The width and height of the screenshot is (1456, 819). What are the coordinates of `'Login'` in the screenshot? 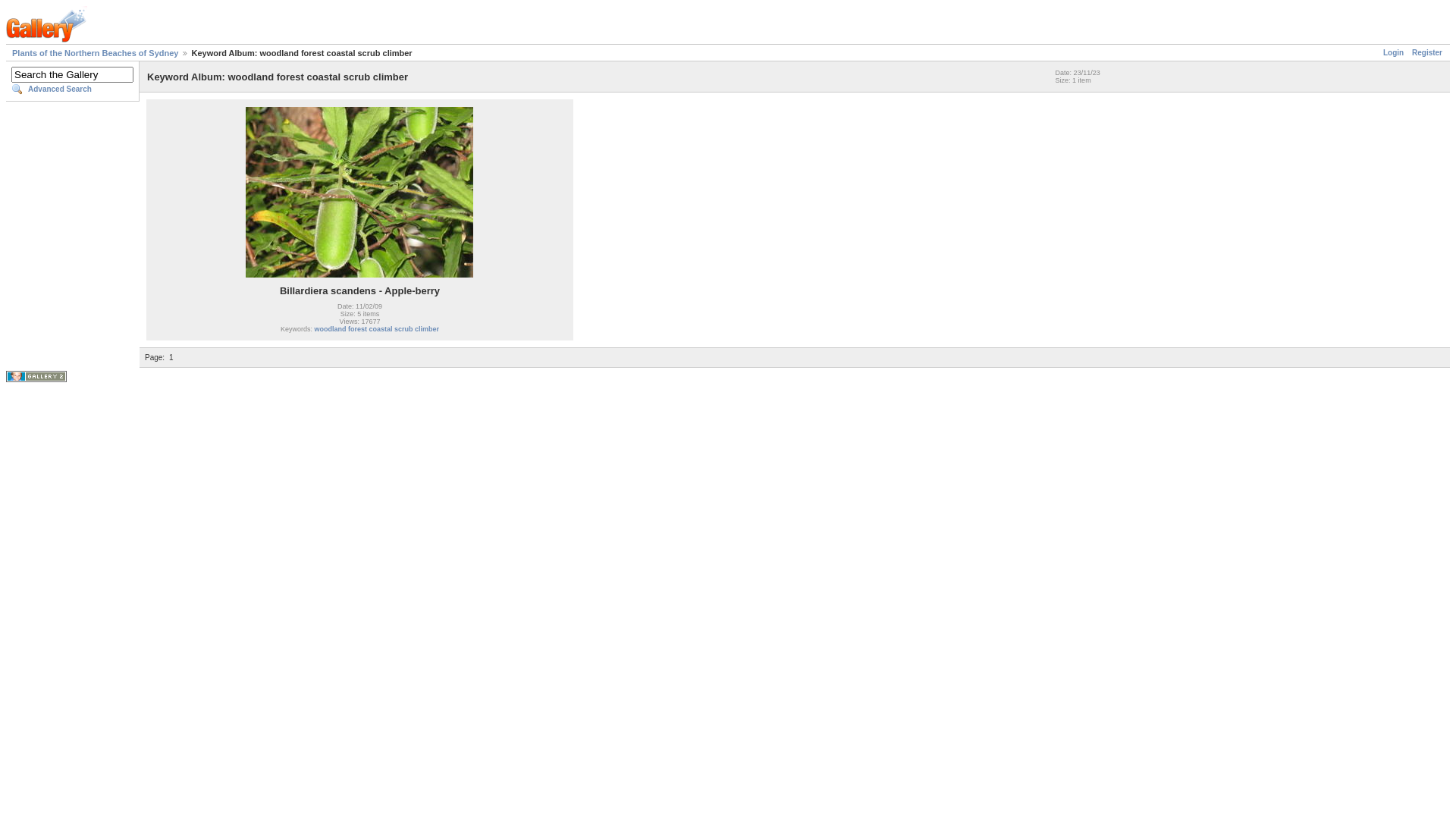 It's located at (1393, 52).